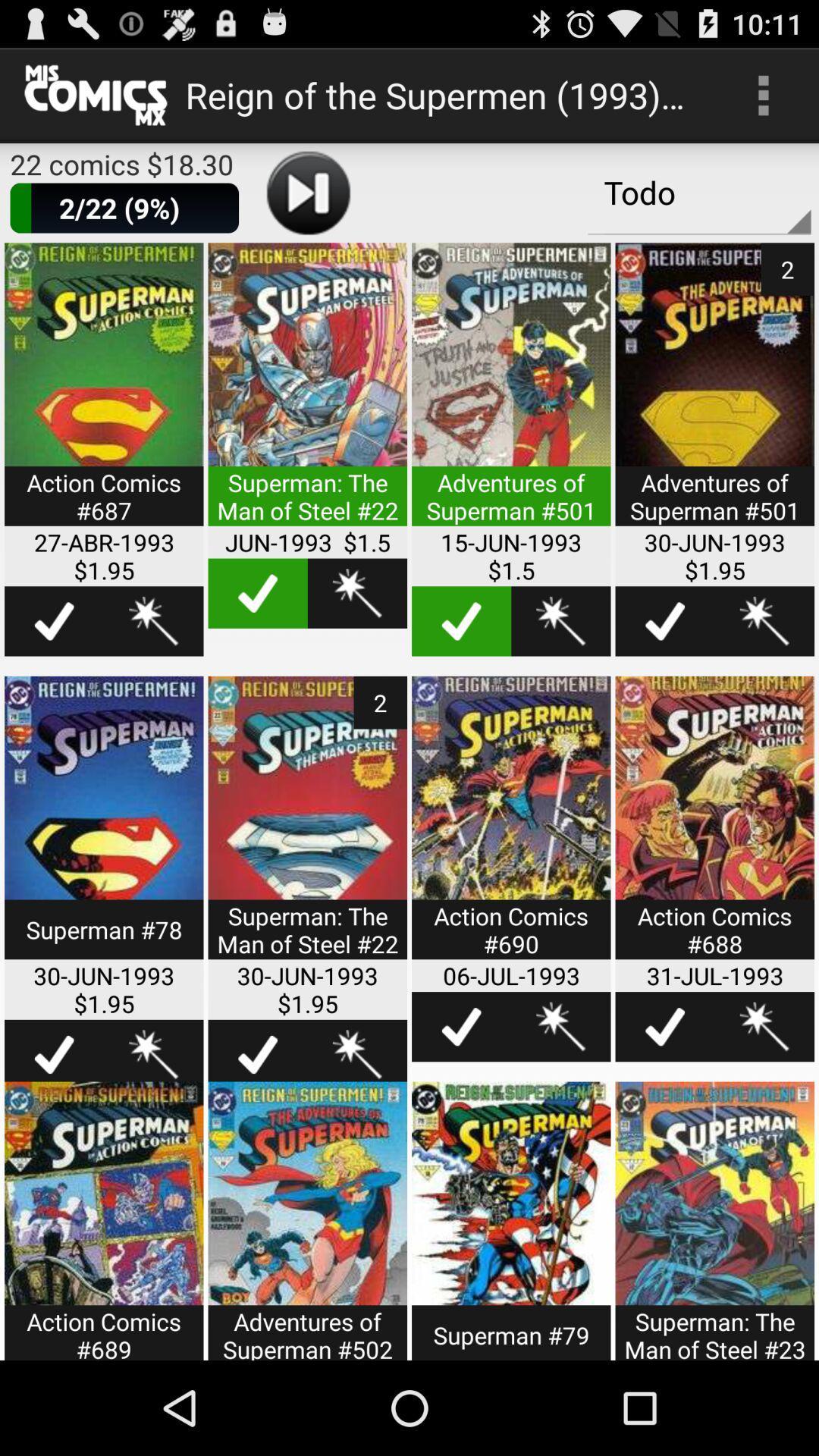 The width and height of the screenshot is (819, 1456). I want to click on to wishlist, so click(560, 1027).